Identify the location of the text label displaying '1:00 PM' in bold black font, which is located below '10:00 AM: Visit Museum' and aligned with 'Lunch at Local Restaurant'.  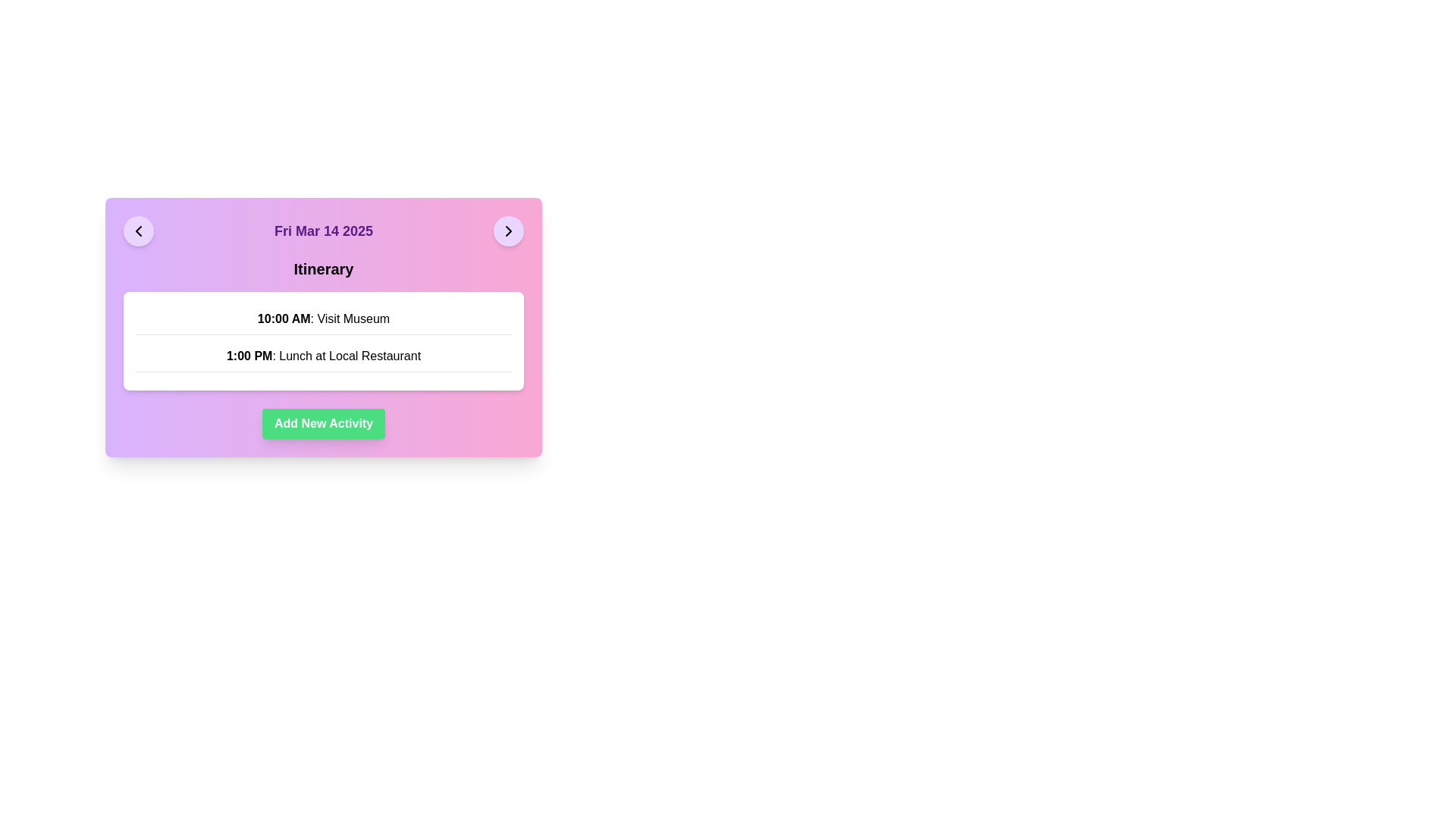
(249, 356).